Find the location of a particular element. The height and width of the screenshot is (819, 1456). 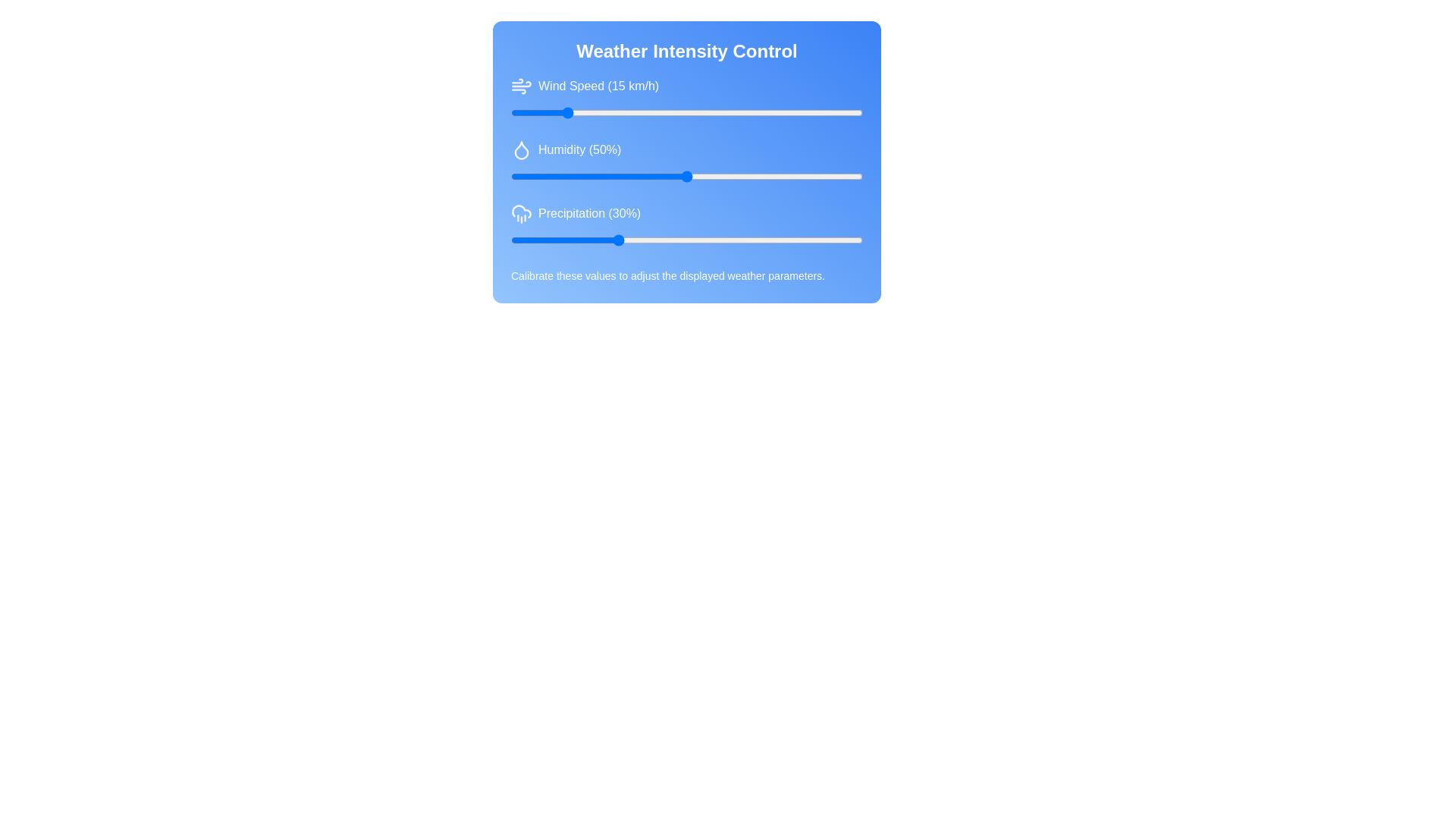

the wind speed is located at coordinates (693, 112).